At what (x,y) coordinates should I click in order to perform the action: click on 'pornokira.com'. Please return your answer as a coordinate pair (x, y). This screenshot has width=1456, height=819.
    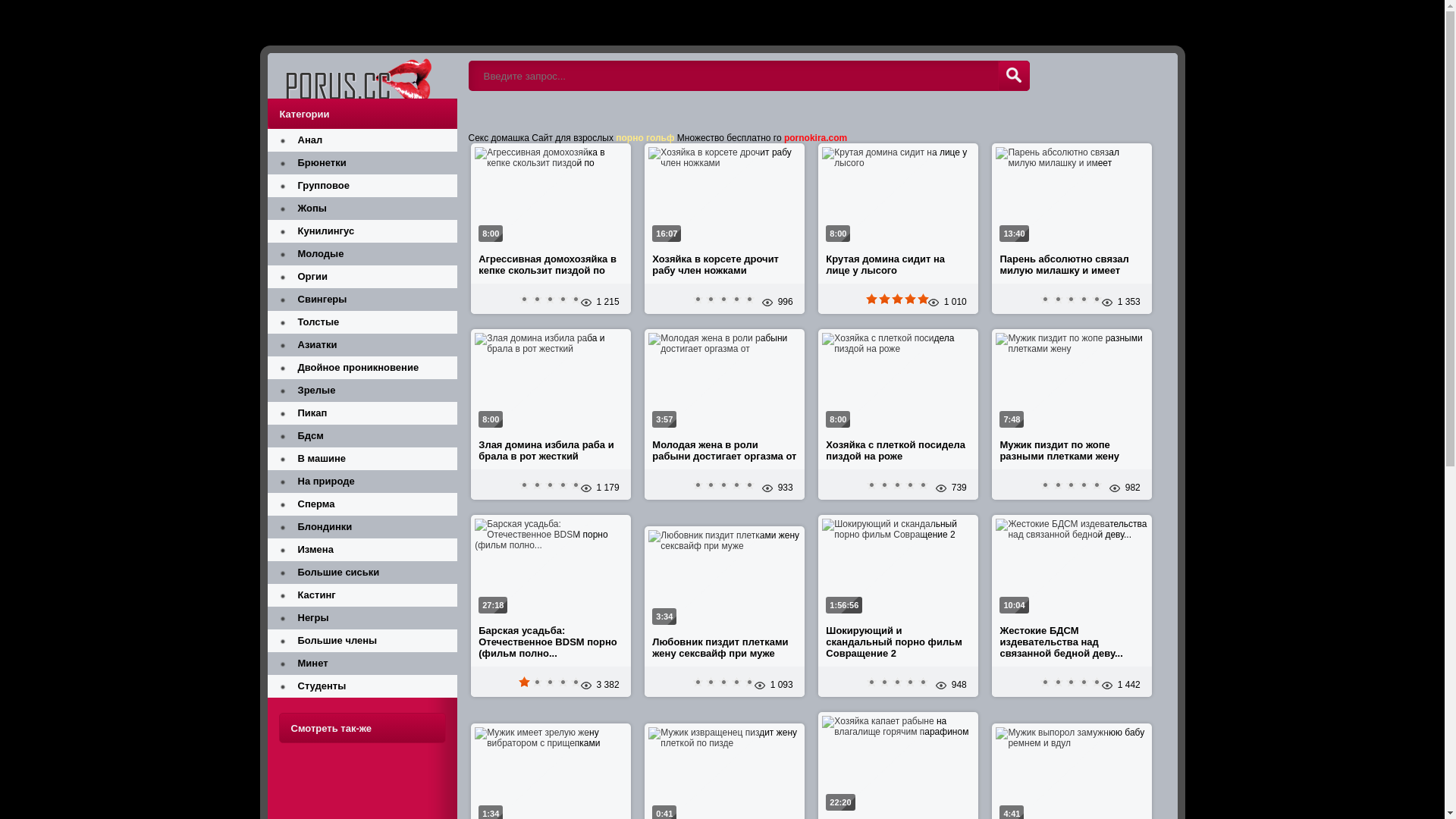
    Looking at the image, I should click on (783, 137).